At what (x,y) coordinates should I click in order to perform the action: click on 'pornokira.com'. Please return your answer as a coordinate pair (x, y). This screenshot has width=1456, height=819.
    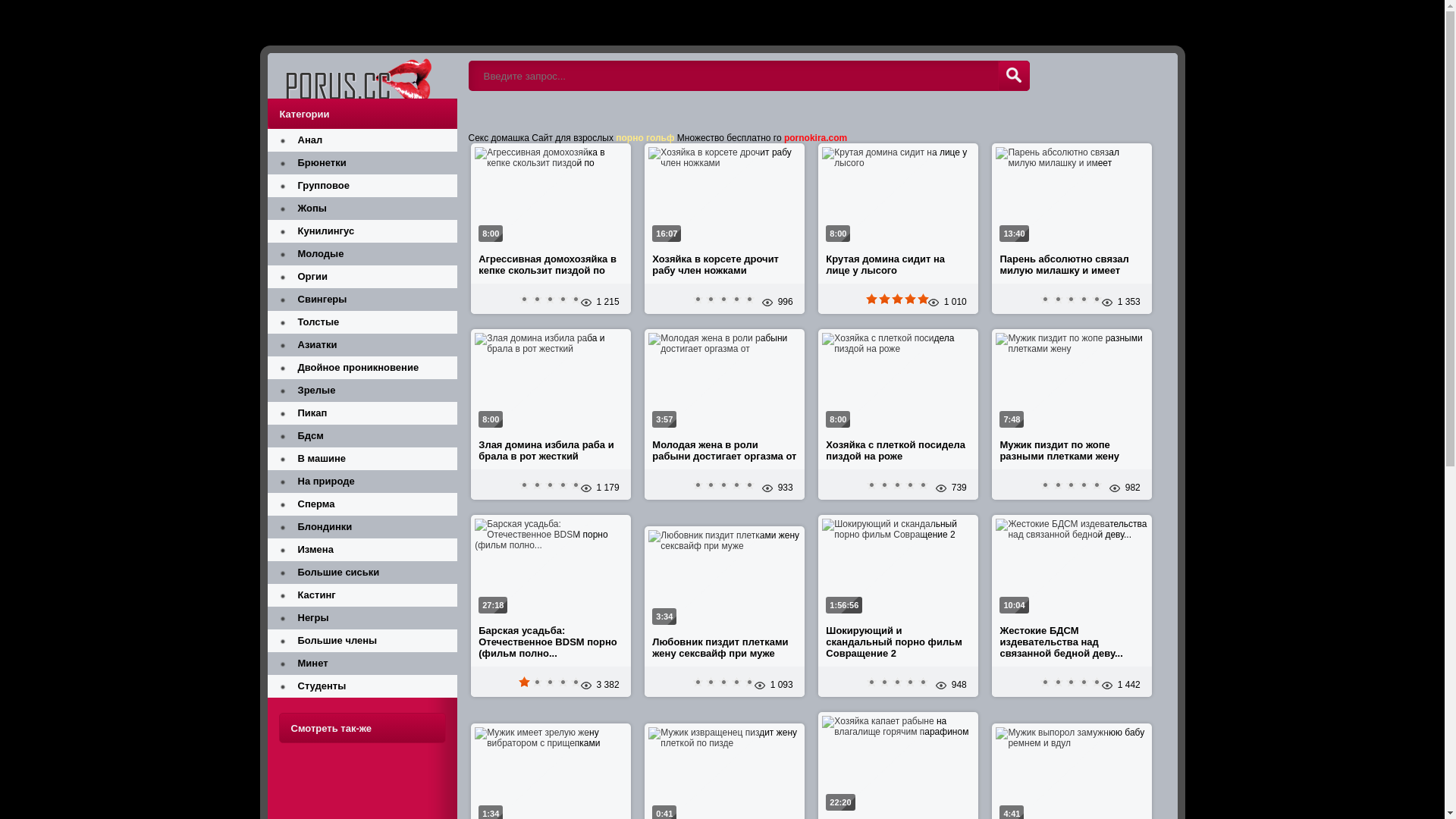
    Looking at the image, I should click on (783, 137).